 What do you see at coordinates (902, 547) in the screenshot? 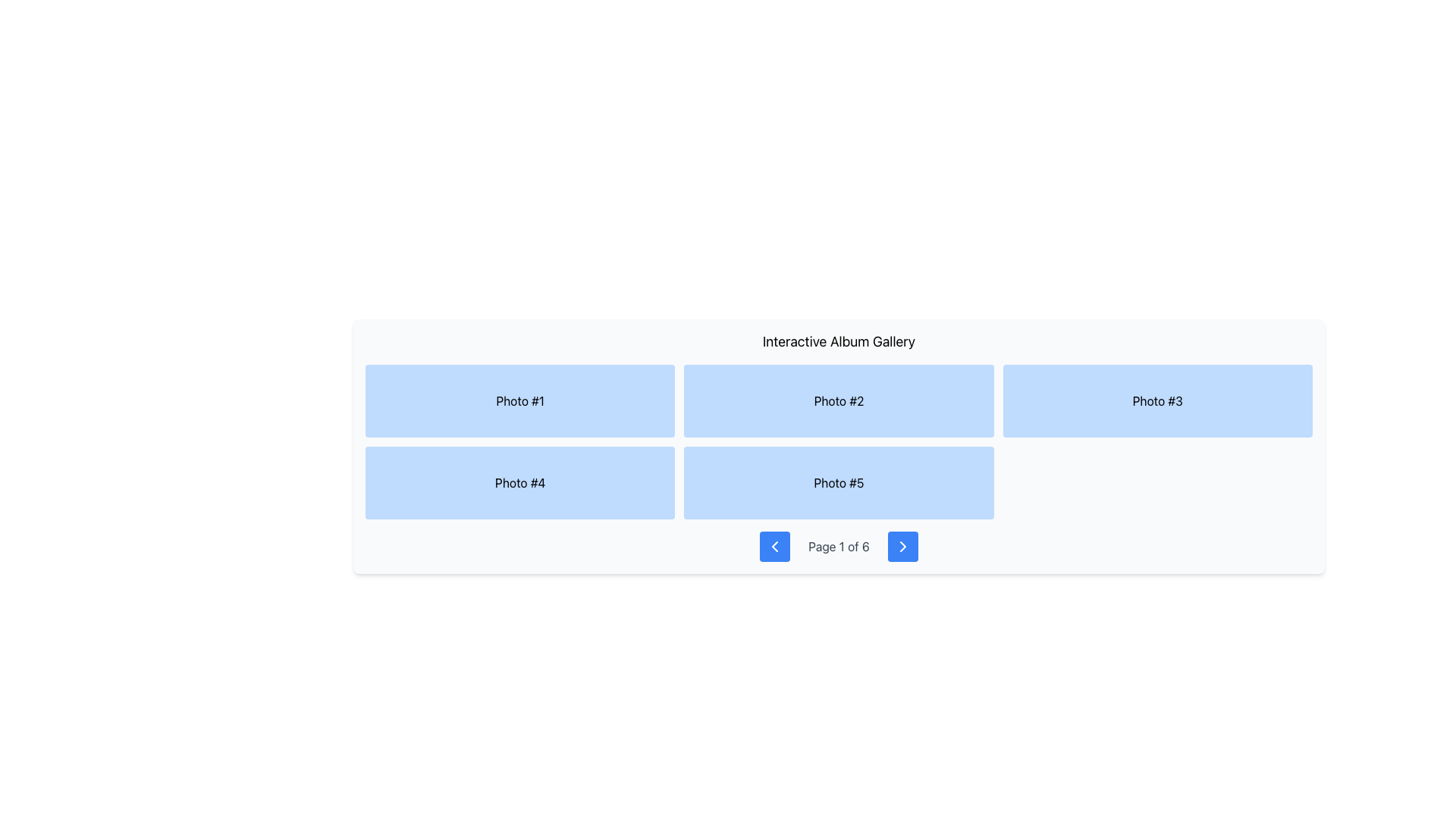
I see `the blue square button with a white right-pointing arrow icon located at the bottom center of the interface` at bounding box center [902, 547].